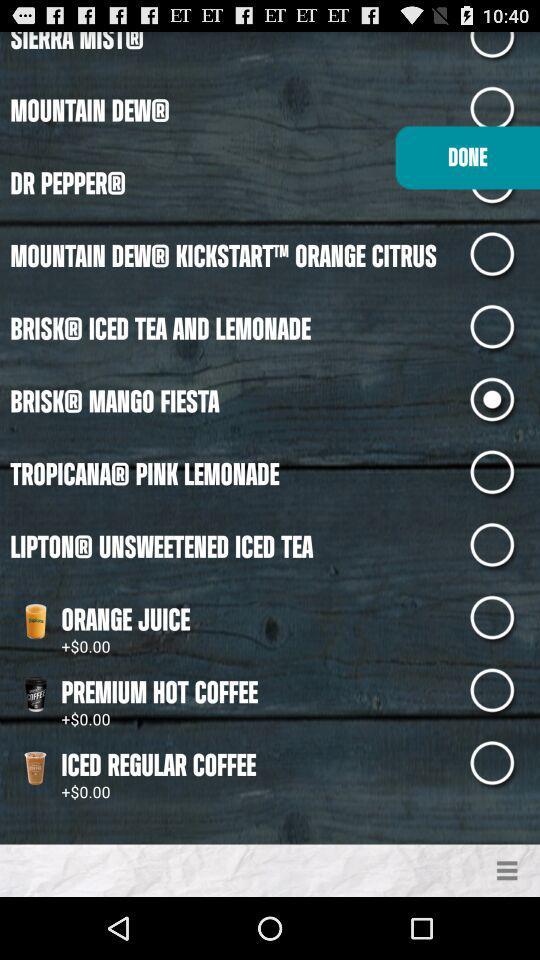  What do you see at coordinates (504, 255) in the screenshot?
I see `the circle icon below done` at bounding box center [504, 255].